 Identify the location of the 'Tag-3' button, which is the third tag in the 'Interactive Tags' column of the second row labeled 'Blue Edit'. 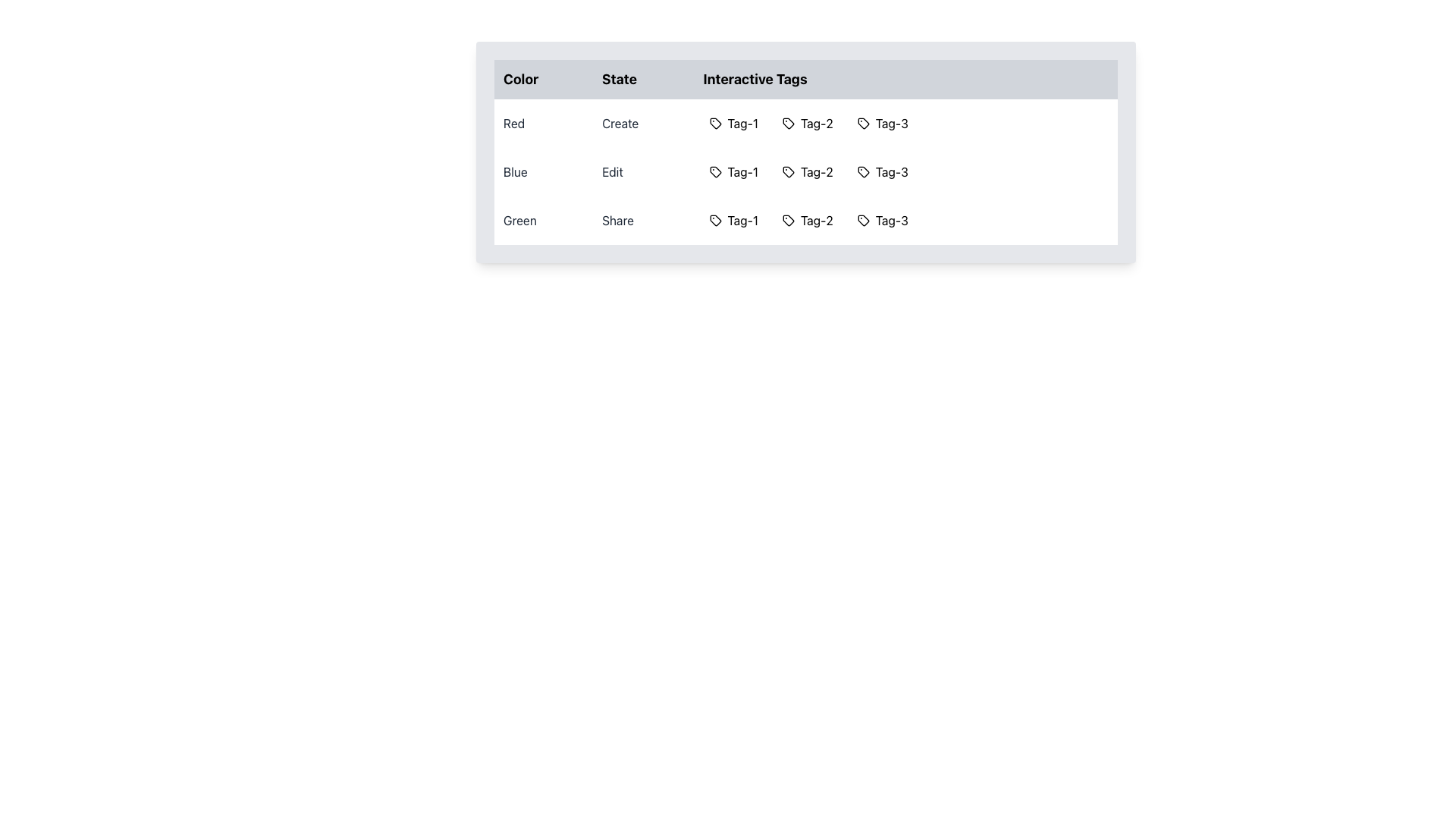
(905, 171).